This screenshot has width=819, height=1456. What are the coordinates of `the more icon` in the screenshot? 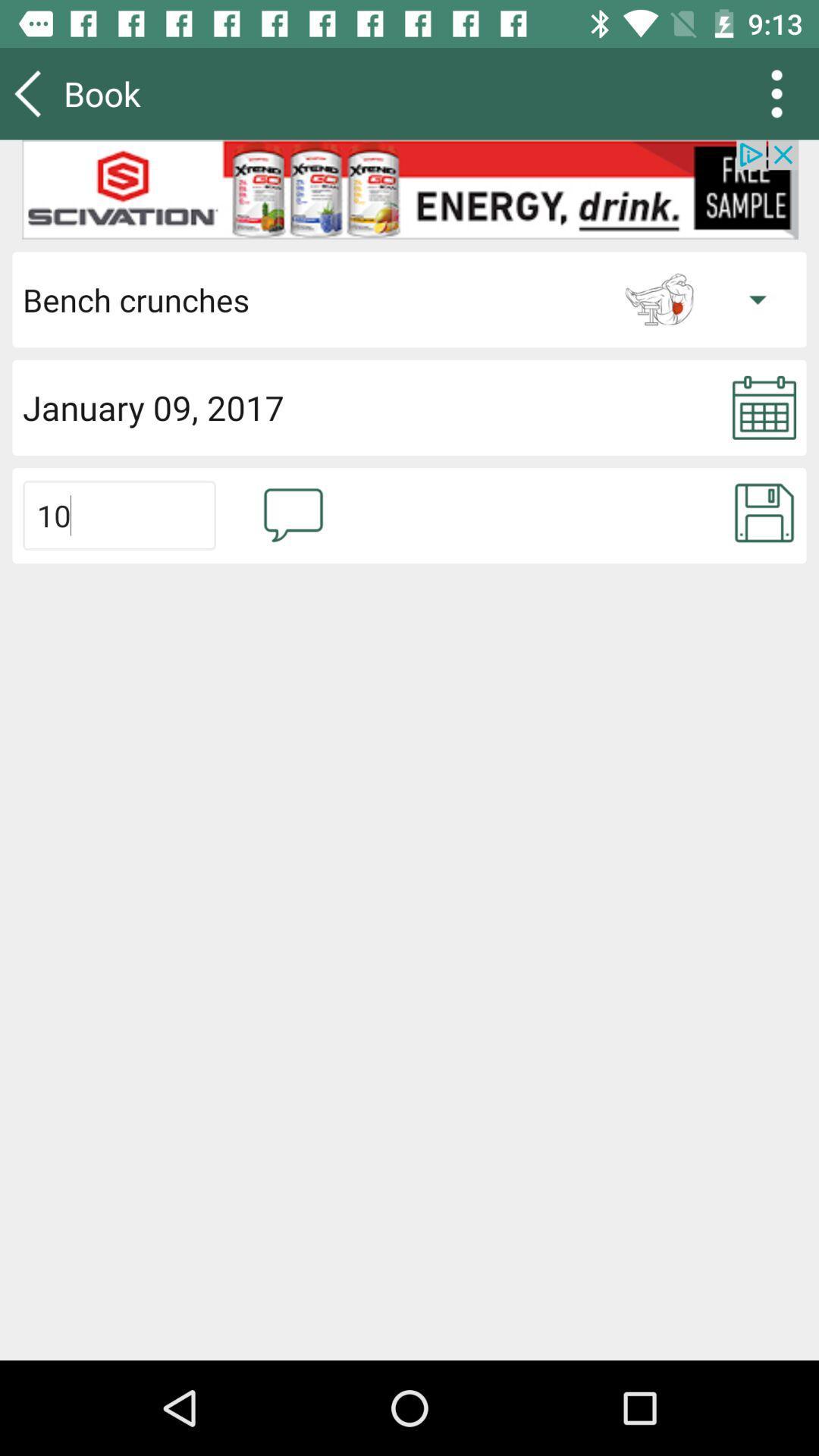 It's located at (782, 93).